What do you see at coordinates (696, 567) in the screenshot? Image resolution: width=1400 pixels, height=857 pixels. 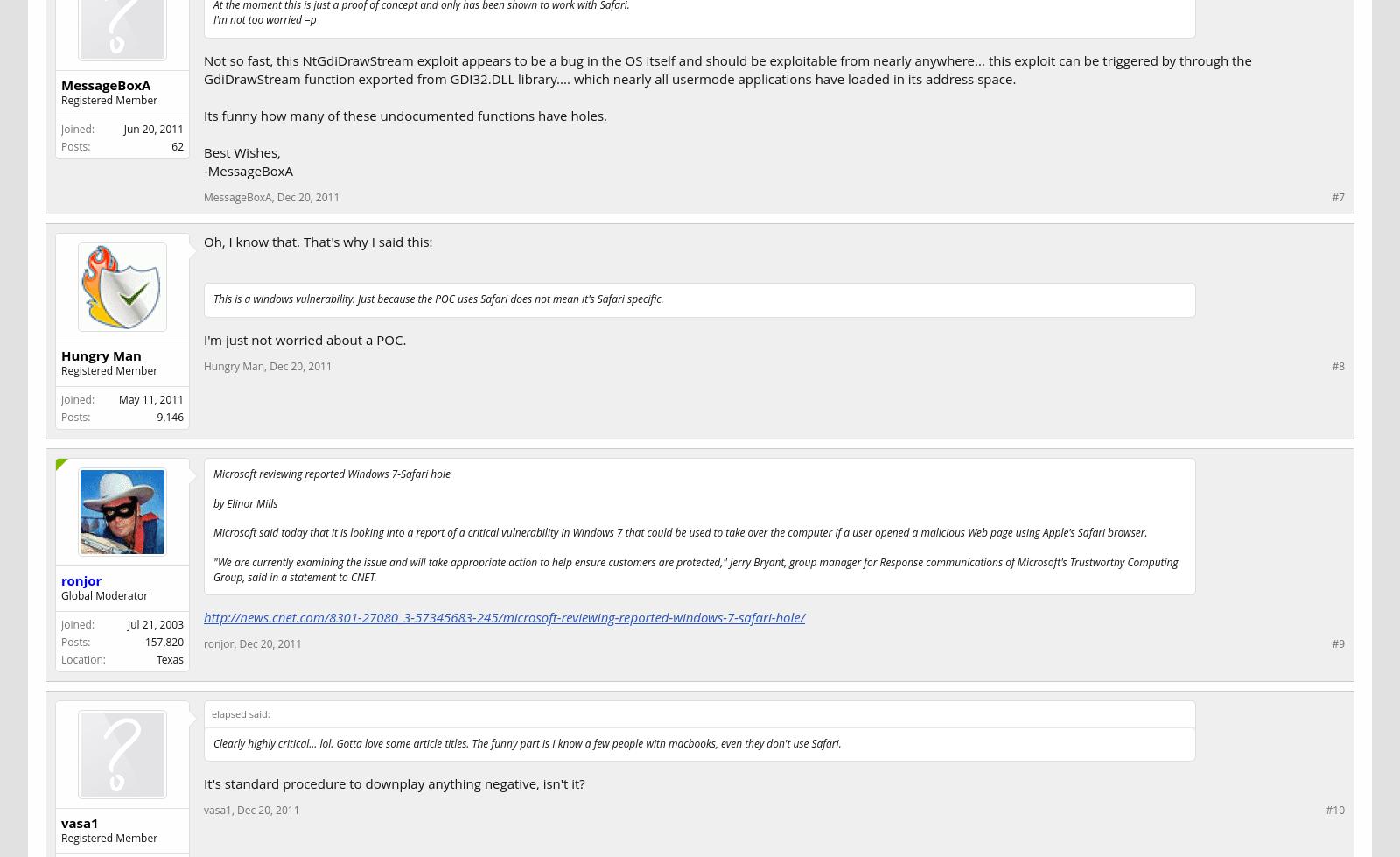 I see `'"We are currently examining the issue and will take appropriate action to help ensure customers are protected," Jerry Bryant, group manager for Response communications of Microsoft's Trustworthy Computing Group, said in a statement to CNET.'` at bounding box center [696, 567].